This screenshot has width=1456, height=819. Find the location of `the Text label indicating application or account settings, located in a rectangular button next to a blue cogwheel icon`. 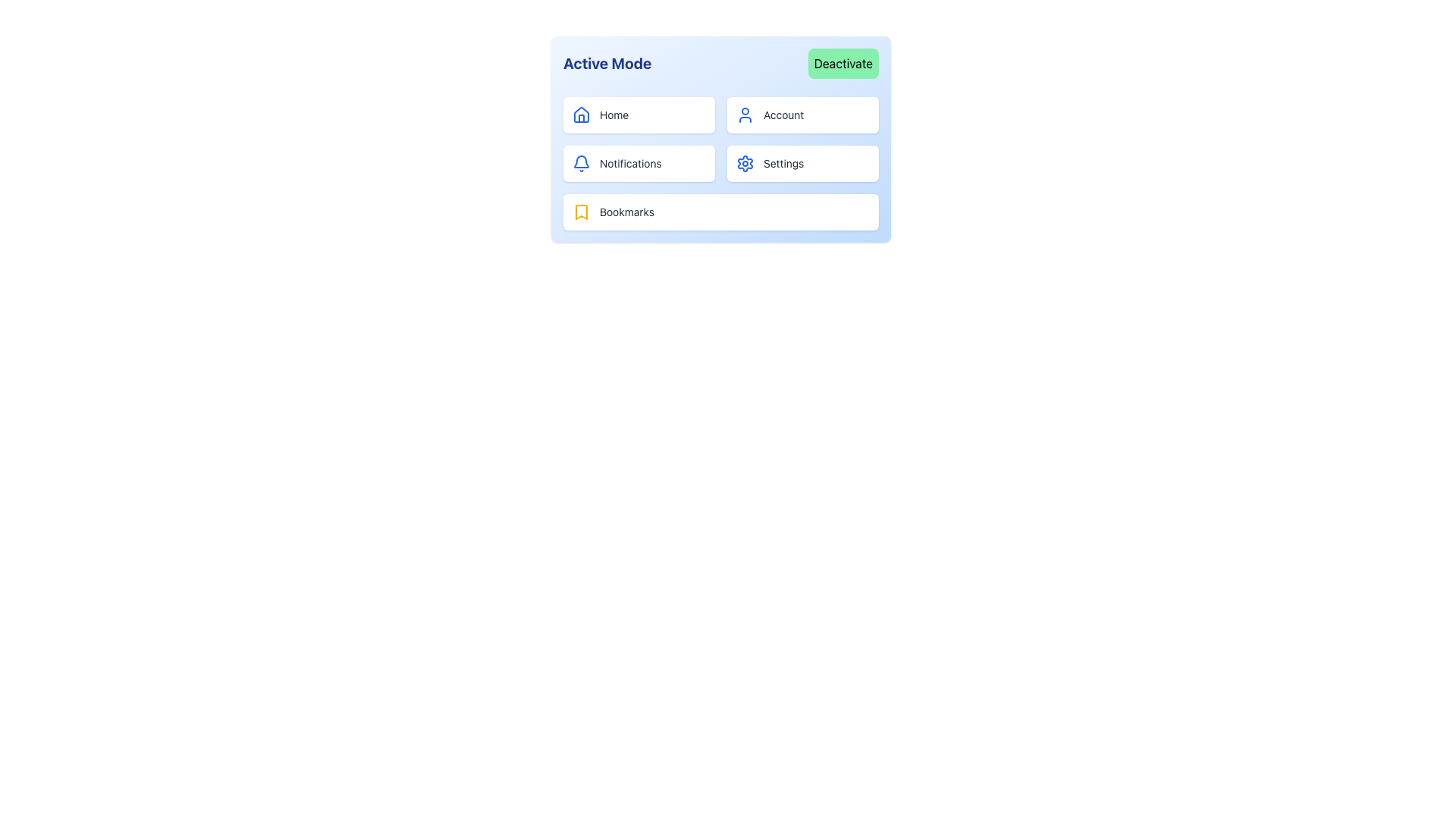

the Text label indicating application or account settings, located in a rectangular button next to a blue cogwheel icon is located at coordinates (783, 164).